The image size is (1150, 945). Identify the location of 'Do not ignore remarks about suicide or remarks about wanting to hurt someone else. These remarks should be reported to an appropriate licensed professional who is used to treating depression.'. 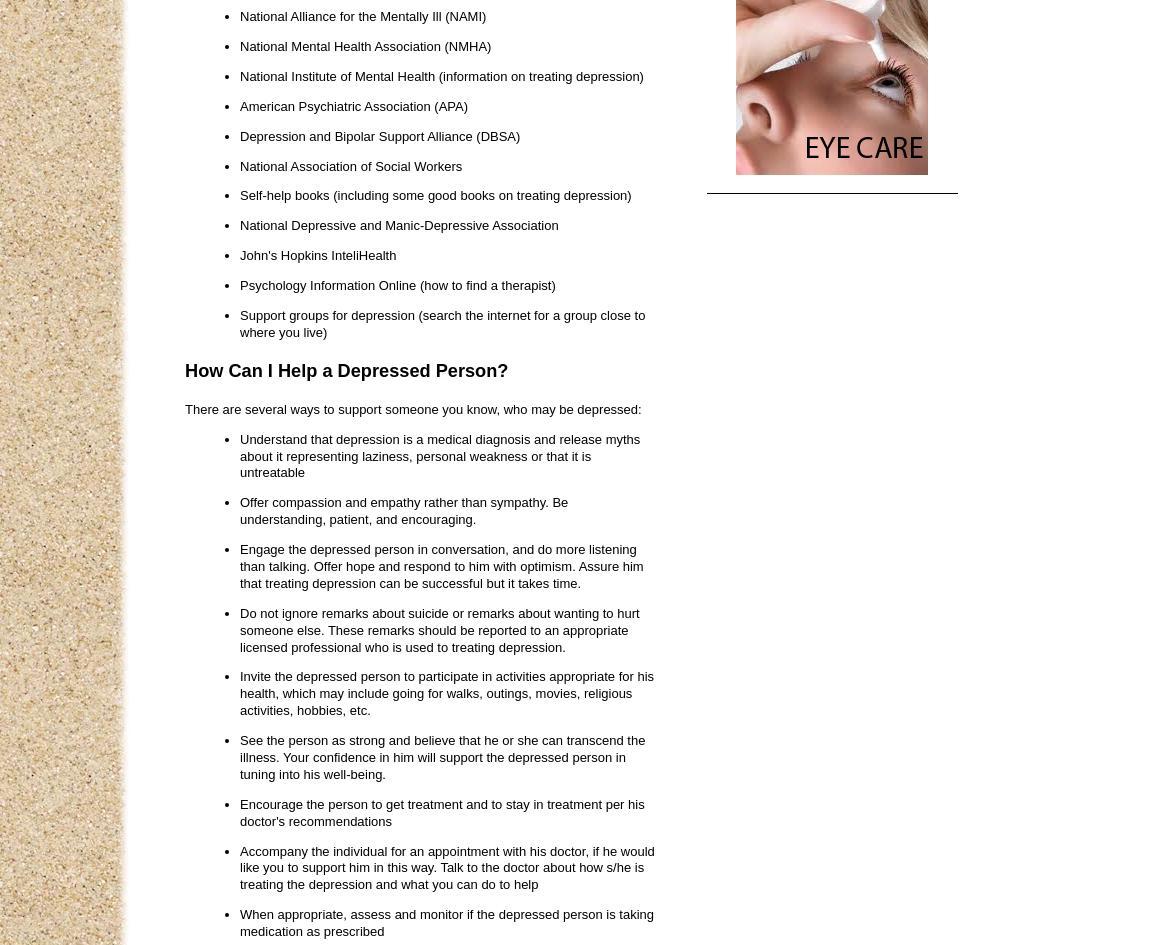
(439, 628).